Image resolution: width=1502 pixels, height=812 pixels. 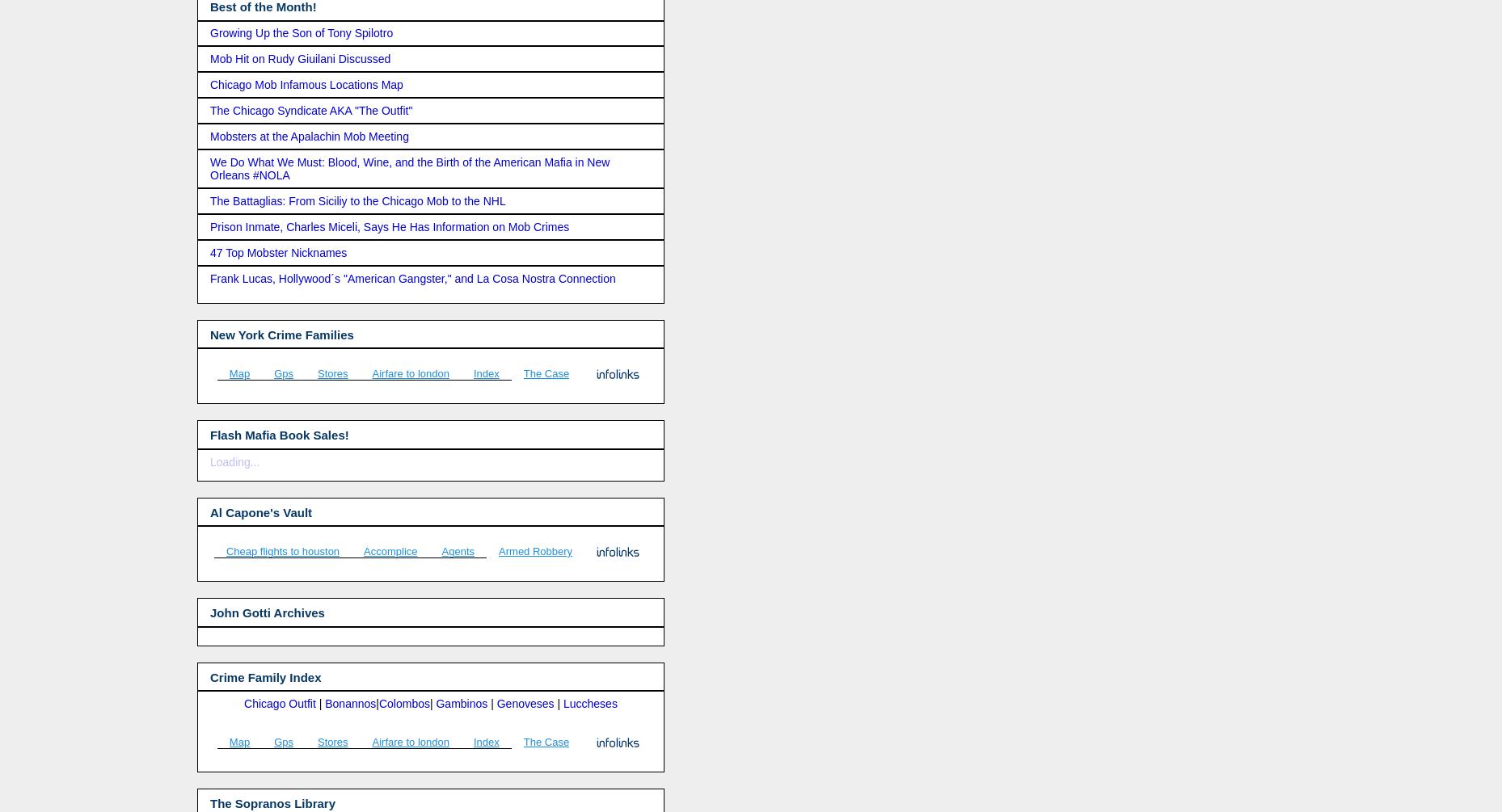 I want to click on 'Best of the Month!', so click(x=209, y=6).